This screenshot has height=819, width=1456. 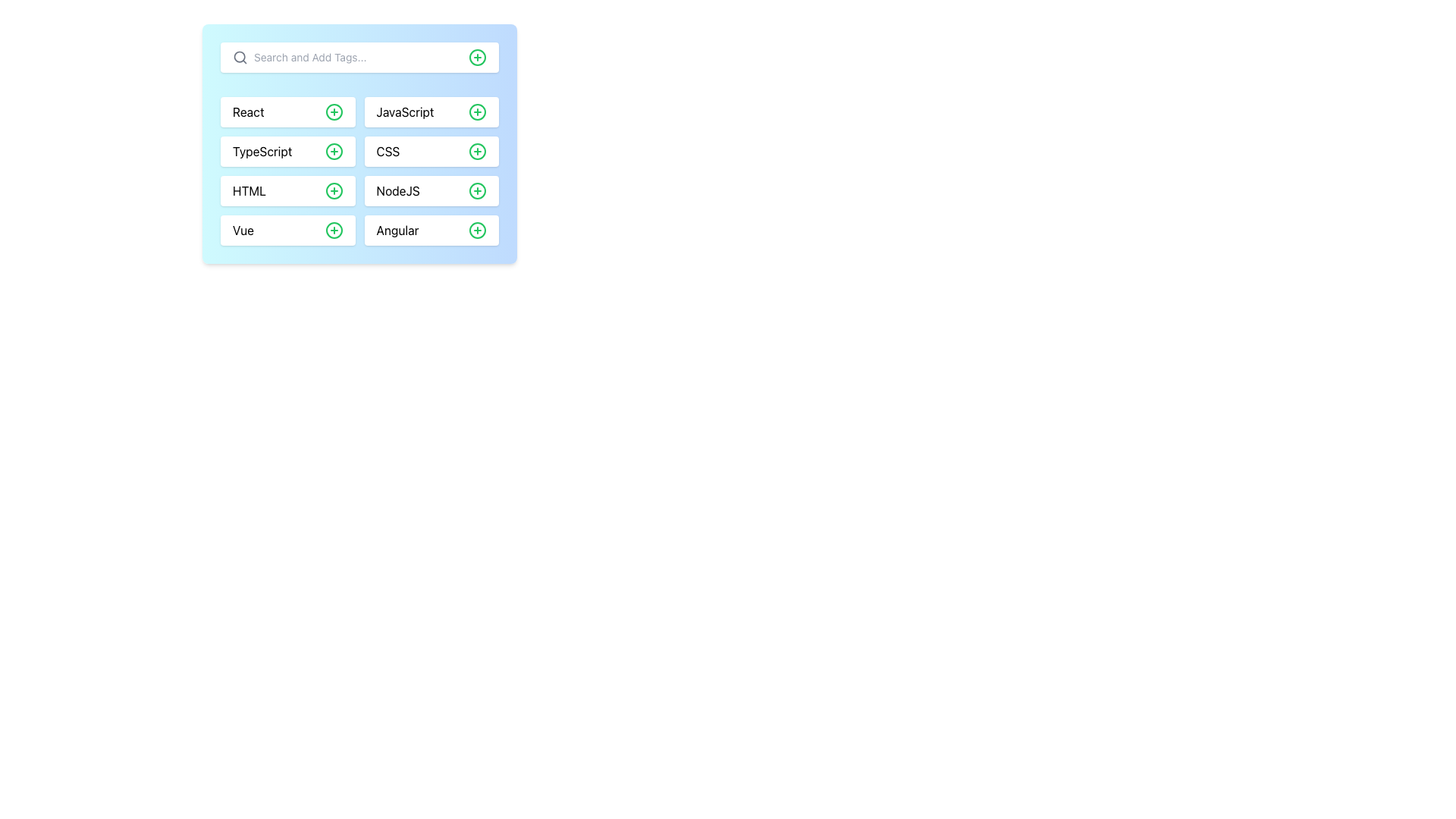 I want to click on the SVG graphical component of the icon that triggers the action to add or associate the 'React' tag, located near the upper center of the interface, right of the 'React' tag text, so click(x=333, y=111).